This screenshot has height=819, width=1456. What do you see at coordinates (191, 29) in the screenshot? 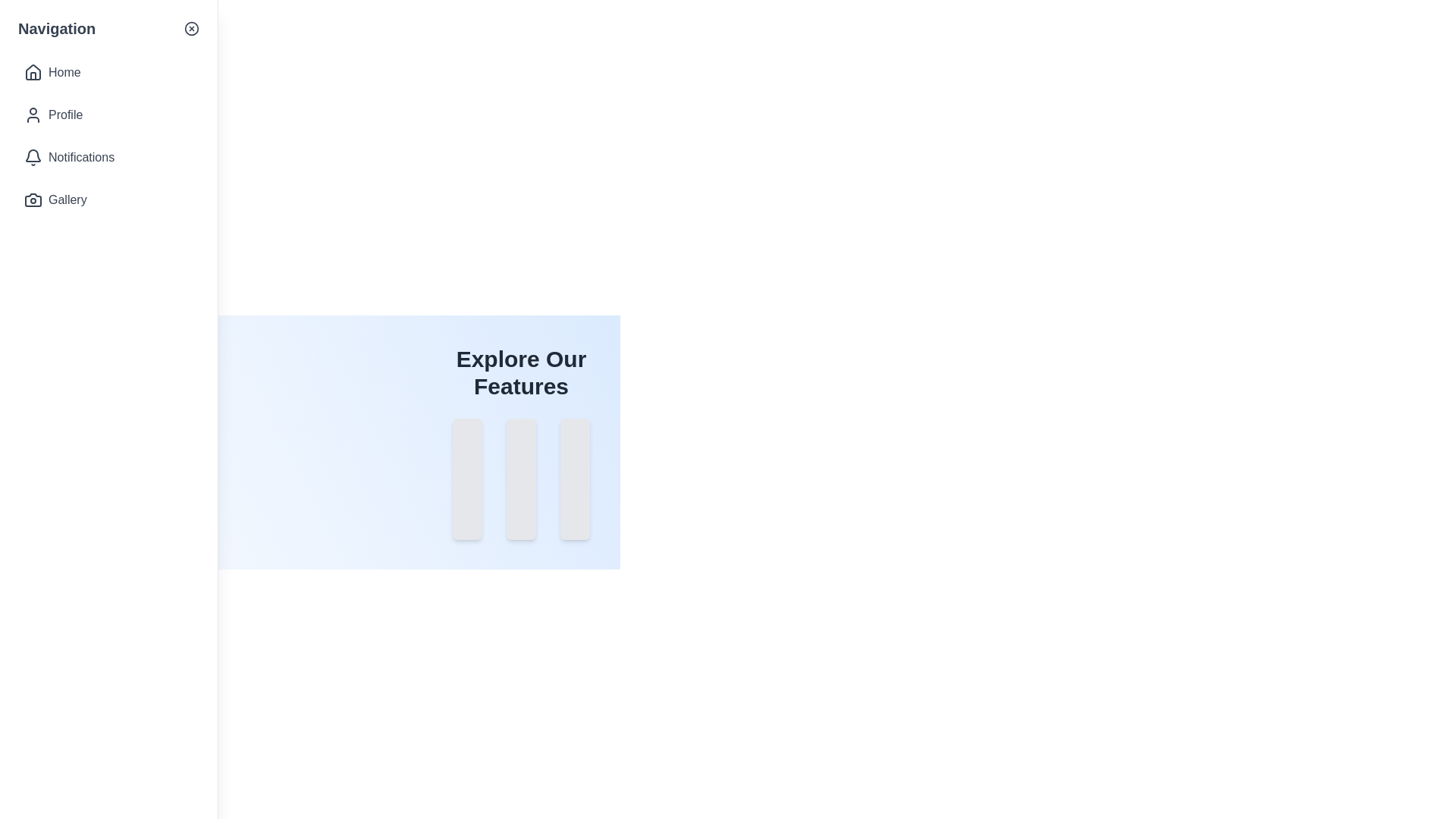
I see `the interactive circular icon button in the top-right area of the navigation section to change its color from gray to red` at bounding box center [191, 29].